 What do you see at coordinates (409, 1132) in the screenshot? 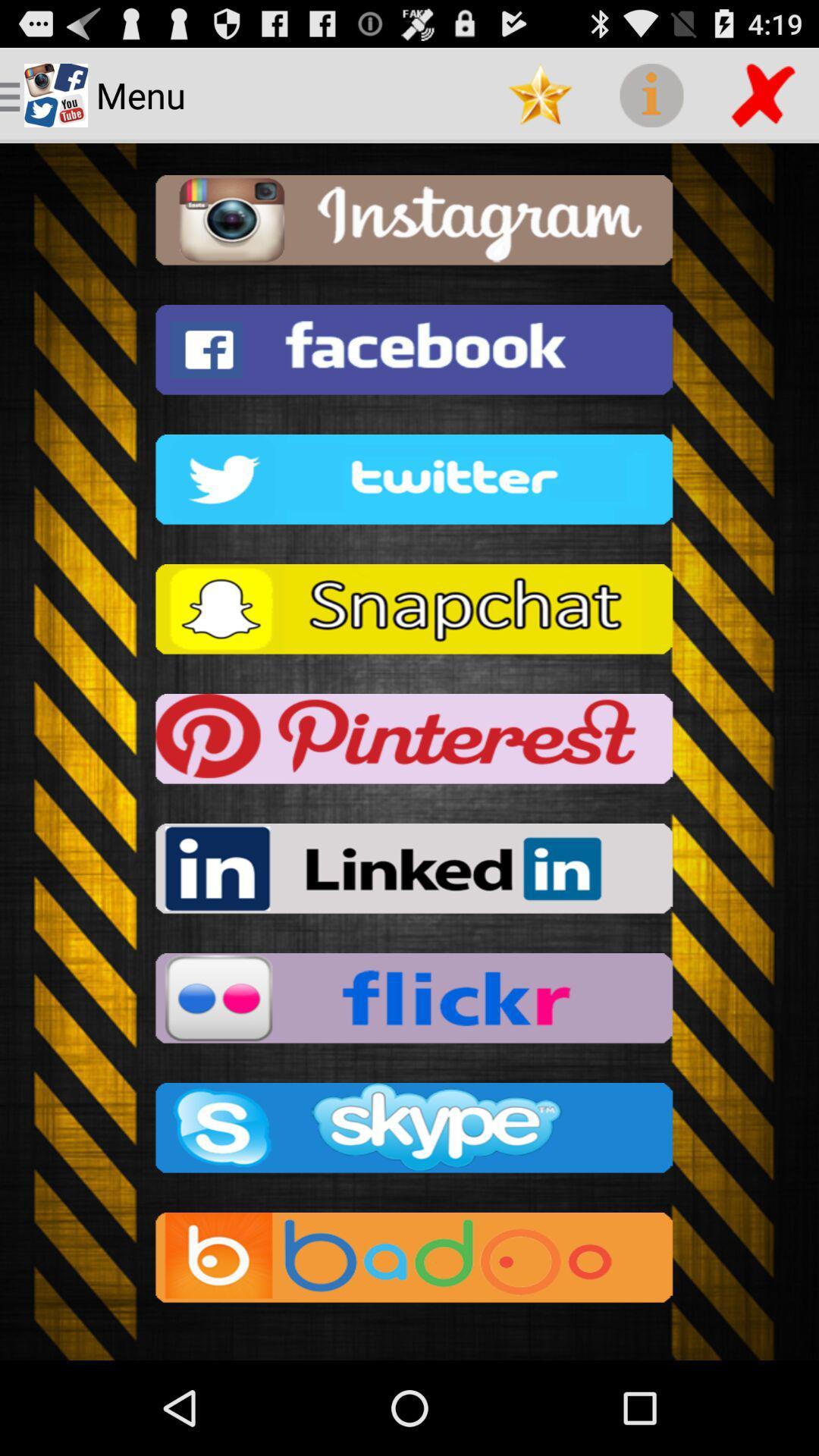
I see `the skype option` at bounding box center [409, 1132].